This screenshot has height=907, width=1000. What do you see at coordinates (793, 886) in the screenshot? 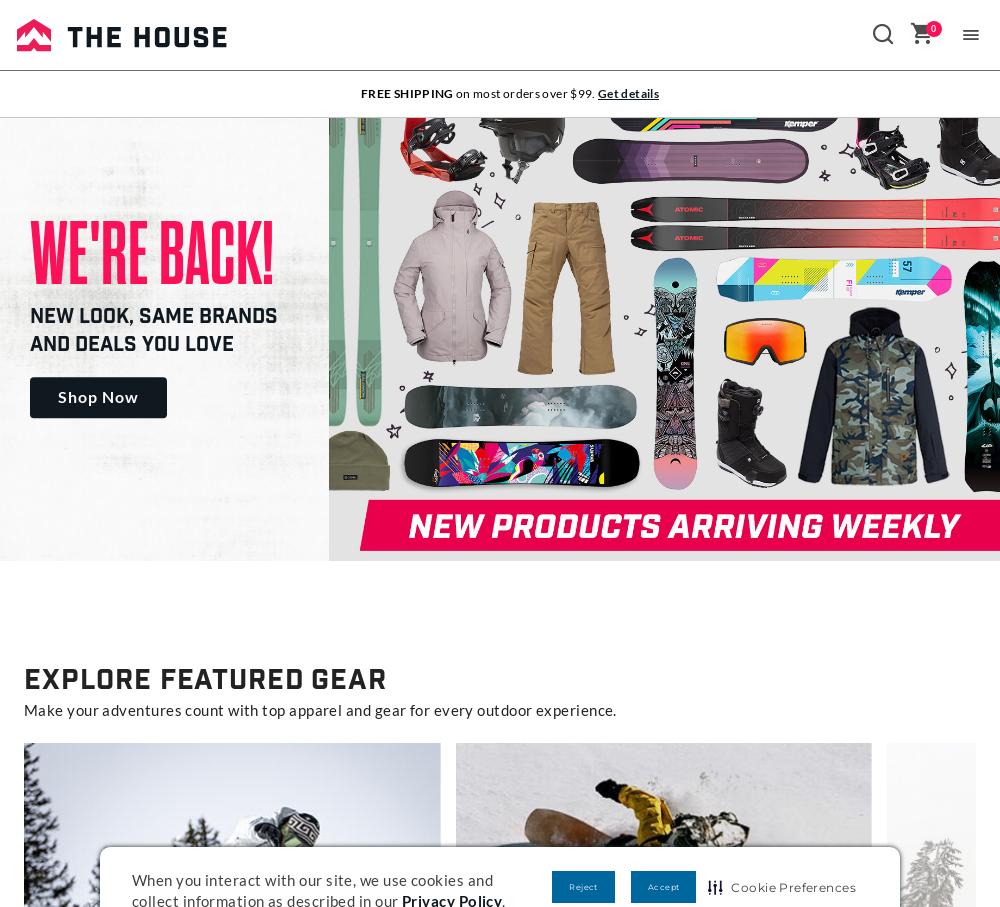
I see `'Cookie Preferences'` at bounding box center [793, 886].